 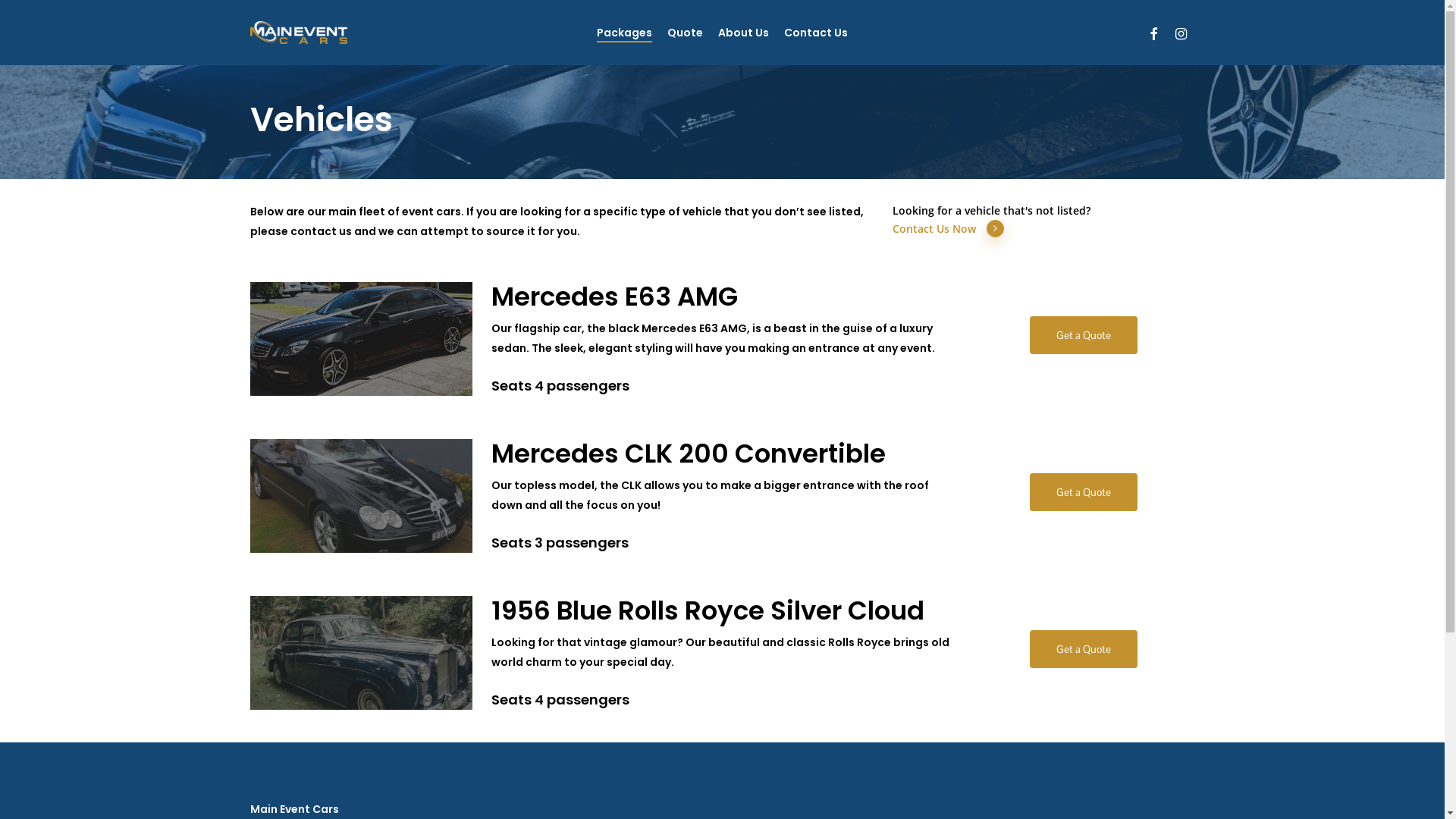 What do you see at coordinates (1083, 491) in the screenshot?
I see `'Get a Quote'` at bounding box center [1083, 491].